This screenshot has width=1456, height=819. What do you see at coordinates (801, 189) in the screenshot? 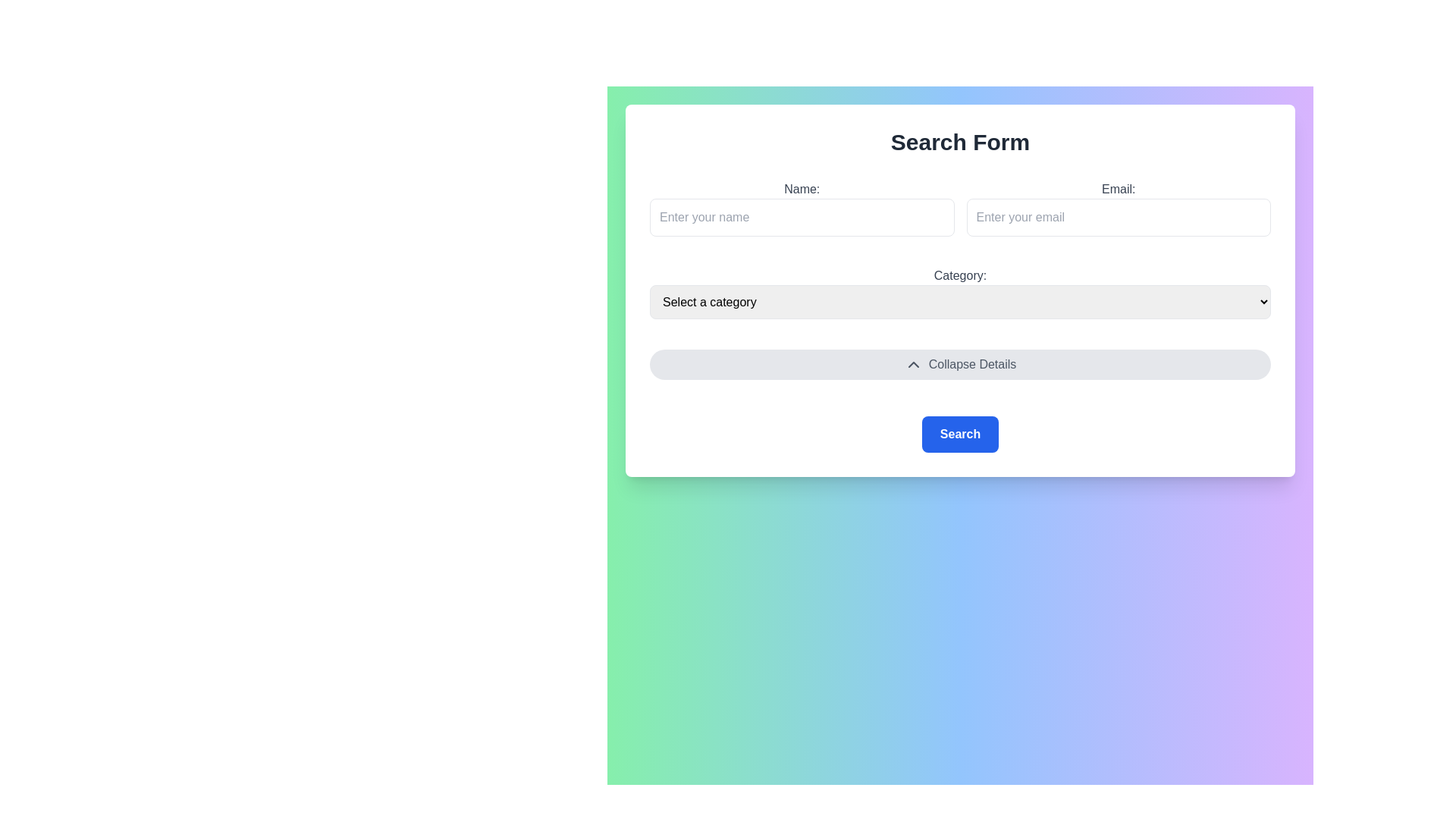
I see `the text label 'Name:' which is displayed in bold, medium-sized gray font, located above the input field for entering a name` at bounding box center [801, 189].